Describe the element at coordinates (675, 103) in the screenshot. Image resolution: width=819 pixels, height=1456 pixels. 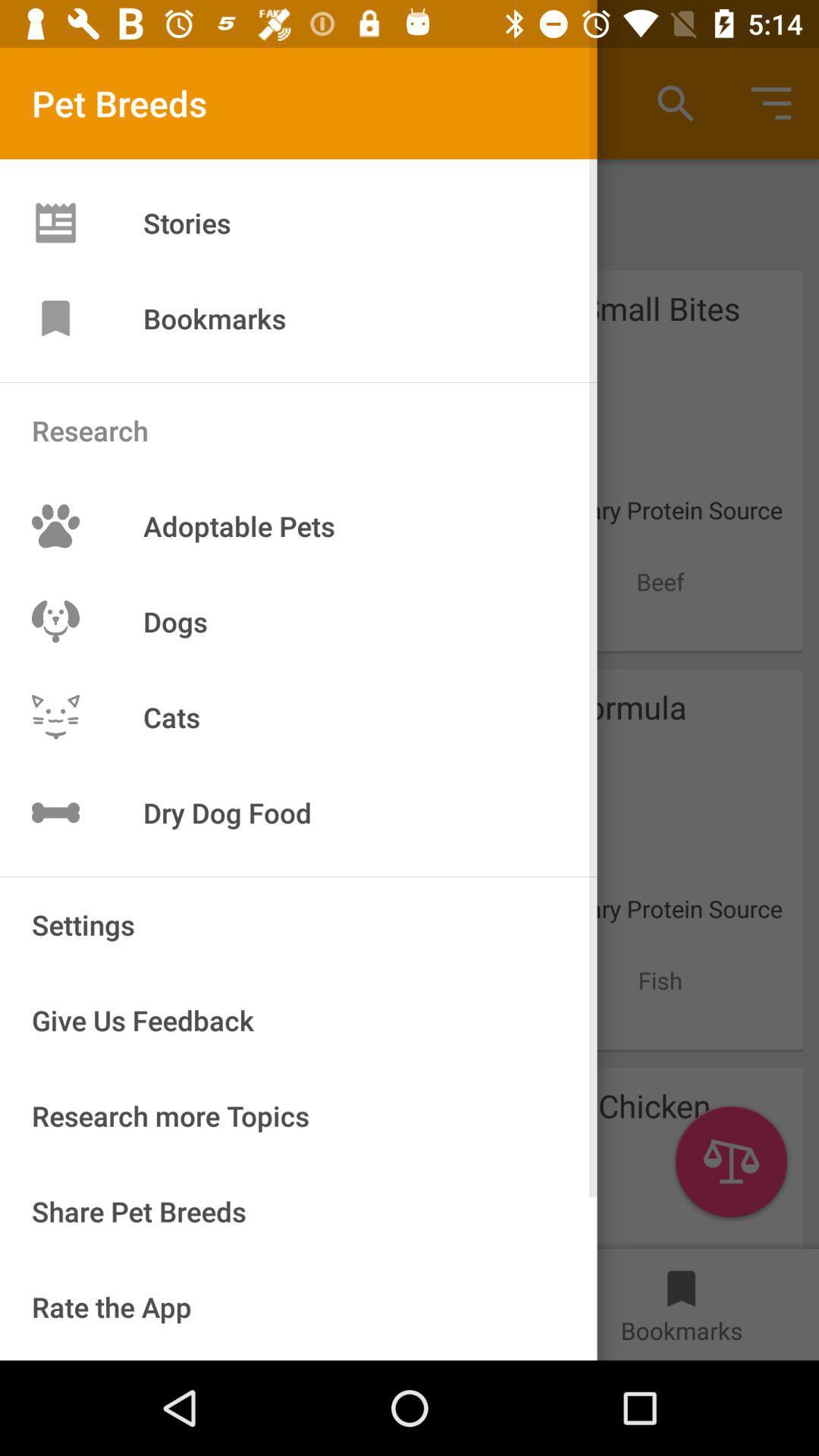
I see `search icon` at that location.